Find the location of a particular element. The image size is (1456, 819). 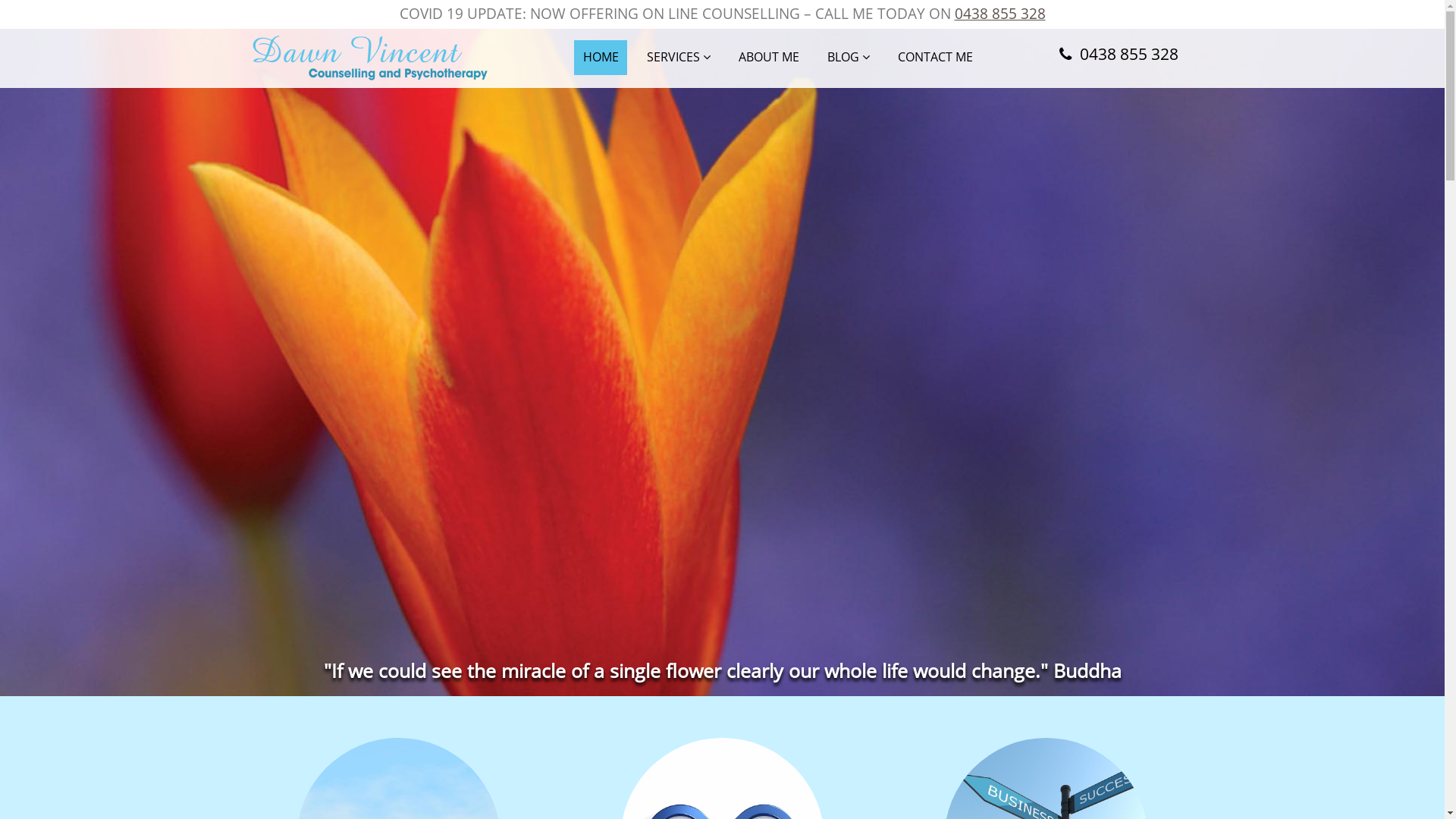

'HOME' is located at coordinates (600, 57).